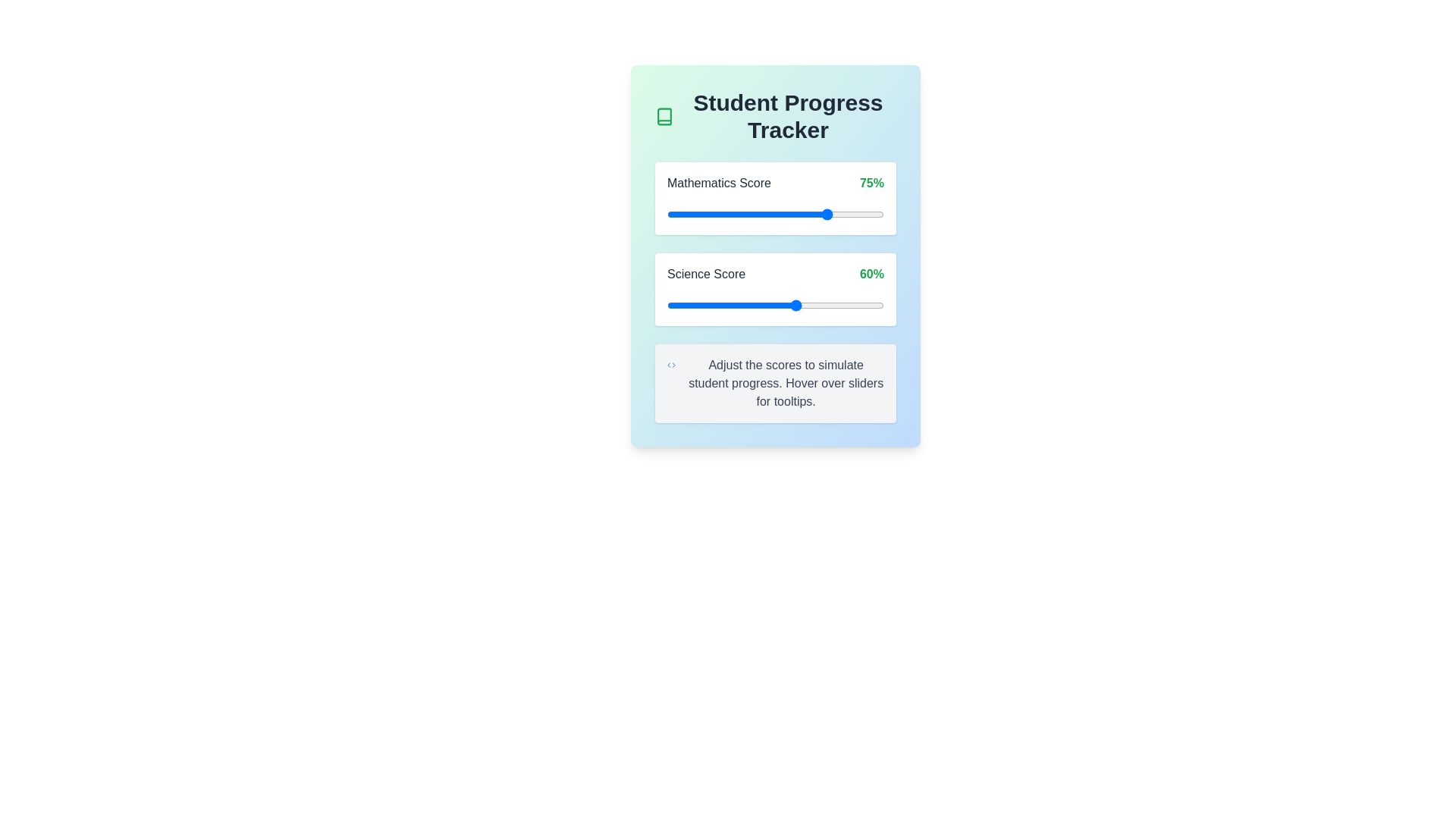 The width and height of the screenshot is (1456, 819). Describe the element at coordinates (796, 305) in the screenshot. I see `the Science Score slider to 60%` at that location.